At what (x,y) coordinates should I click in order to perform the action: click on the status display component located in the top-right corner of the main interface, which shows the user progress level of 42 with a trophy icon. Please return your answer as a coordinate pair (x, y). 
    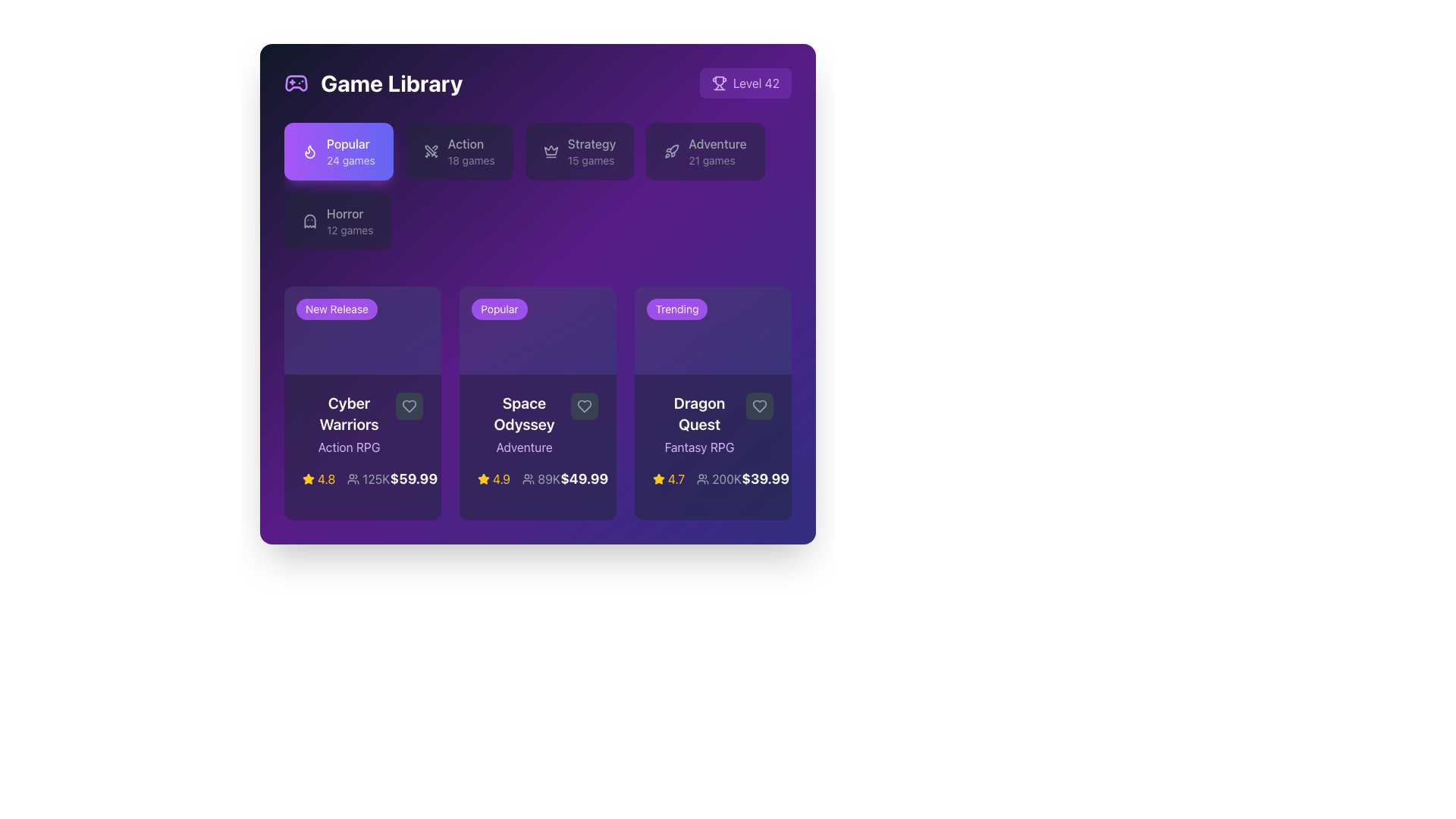
    Looking at the image, I should click on (745, 83).